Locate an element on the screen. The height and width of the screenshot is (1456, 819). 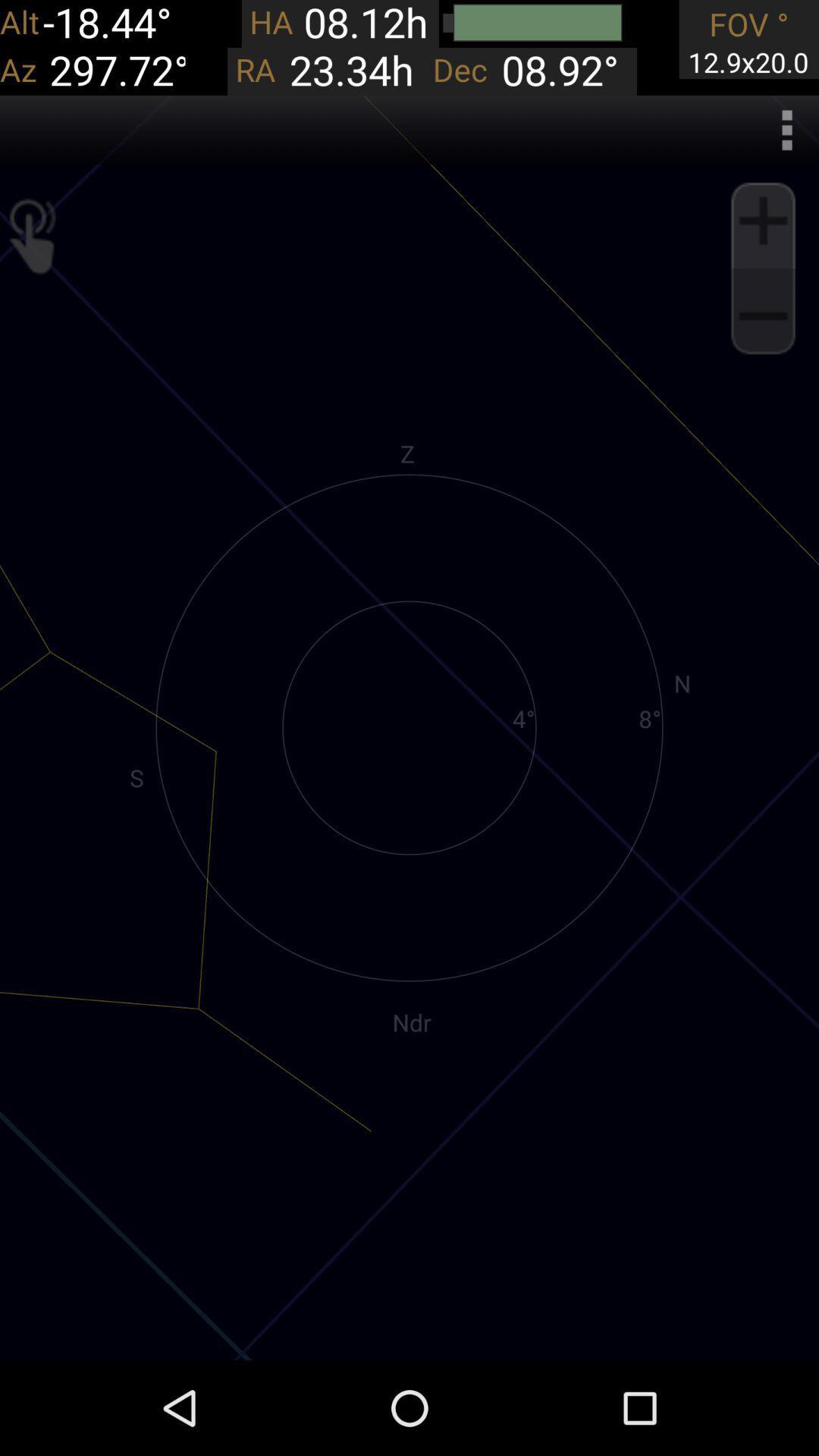
zoom in is located at coordinates (763, 220).